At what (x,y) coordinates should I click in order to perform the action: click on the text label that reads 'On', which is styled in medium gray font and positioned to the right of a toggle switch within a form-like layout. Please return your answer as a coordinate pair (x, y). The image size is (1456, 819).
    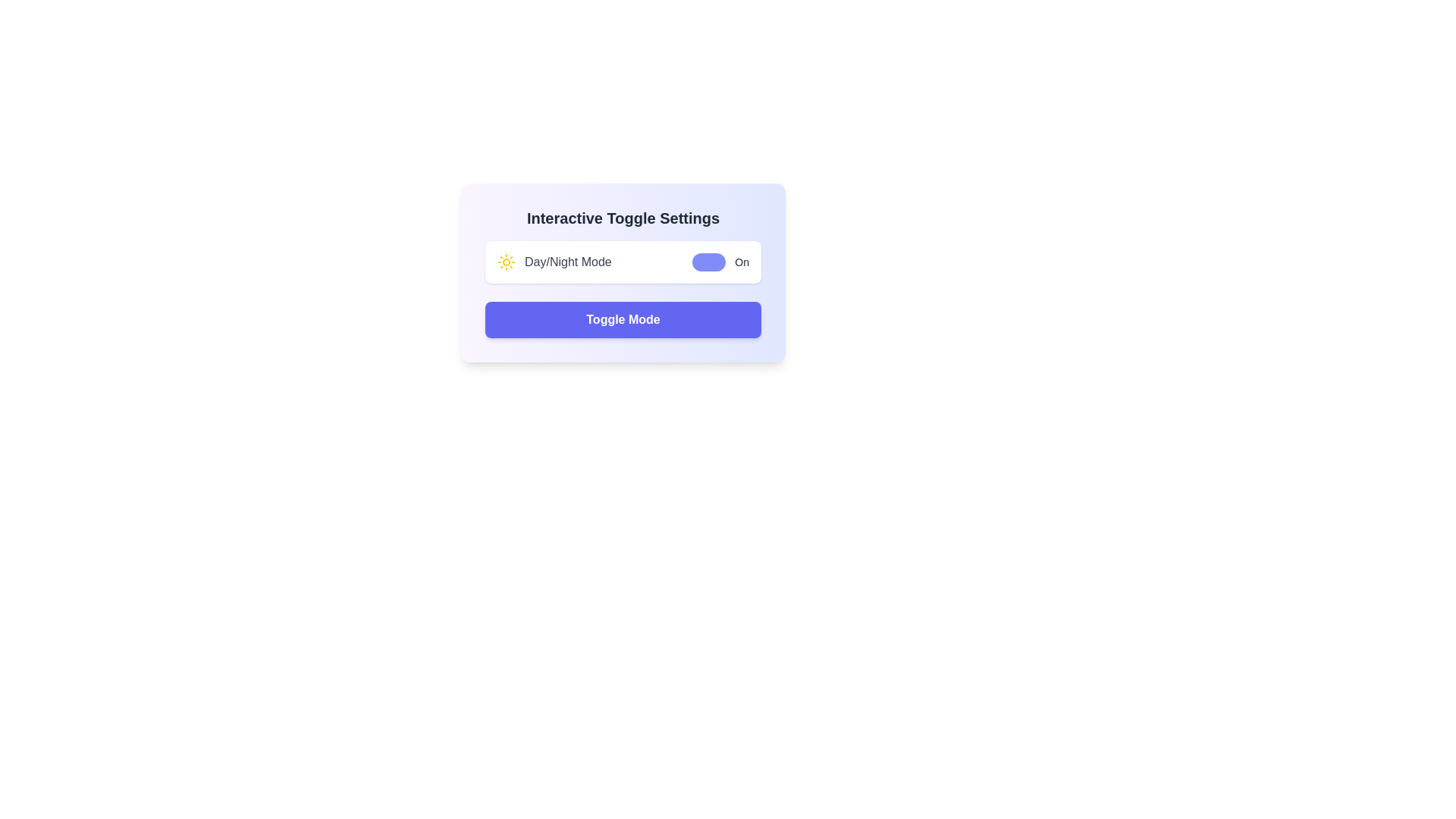
    Looking at the image, I should click on (742, 262).